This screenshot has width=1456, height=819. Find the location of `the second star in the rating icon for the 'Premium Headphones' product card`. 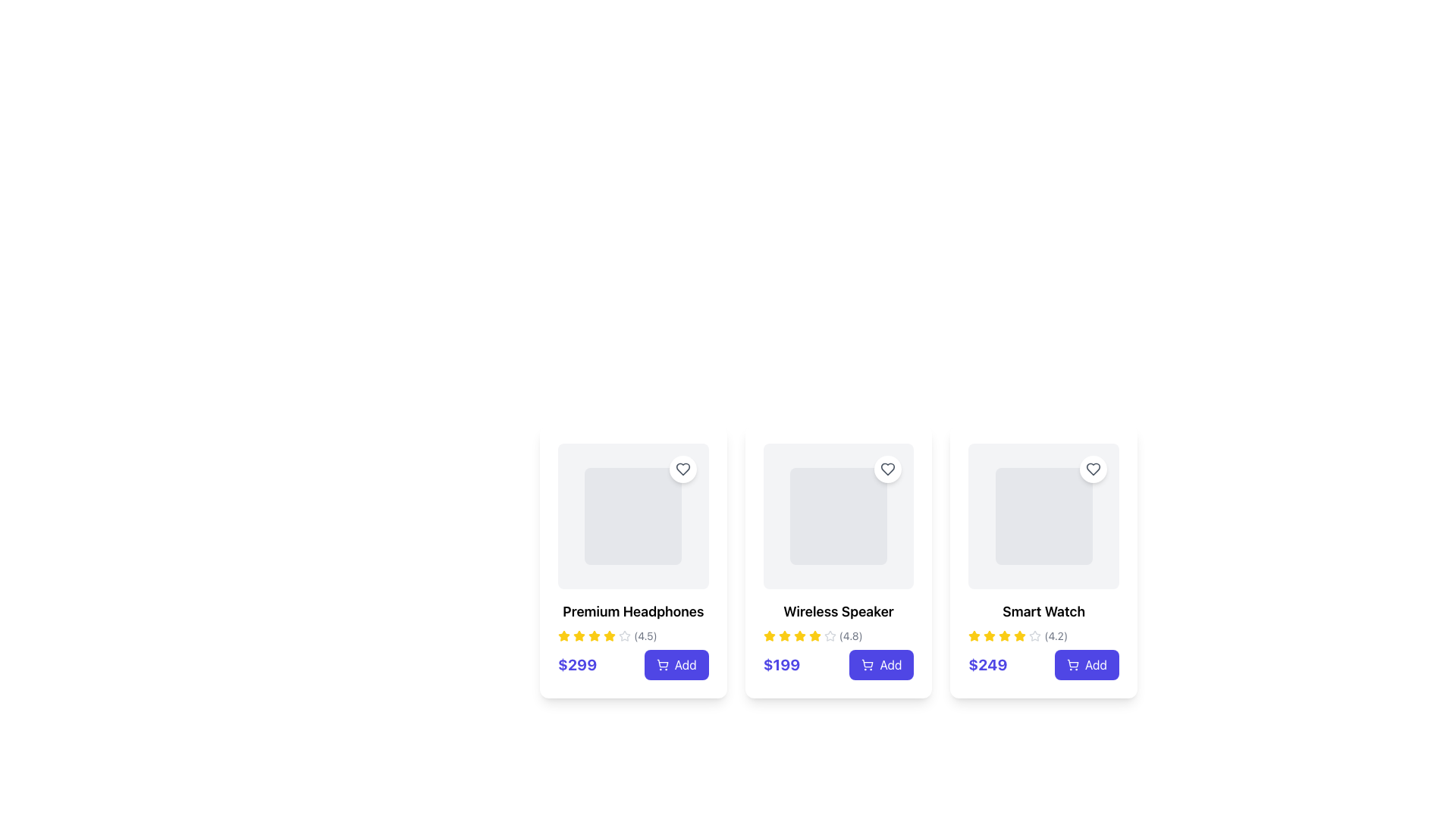

the second star in the rating icon for the 'Premium Headphones' product card is located at coordinates (593, 635).